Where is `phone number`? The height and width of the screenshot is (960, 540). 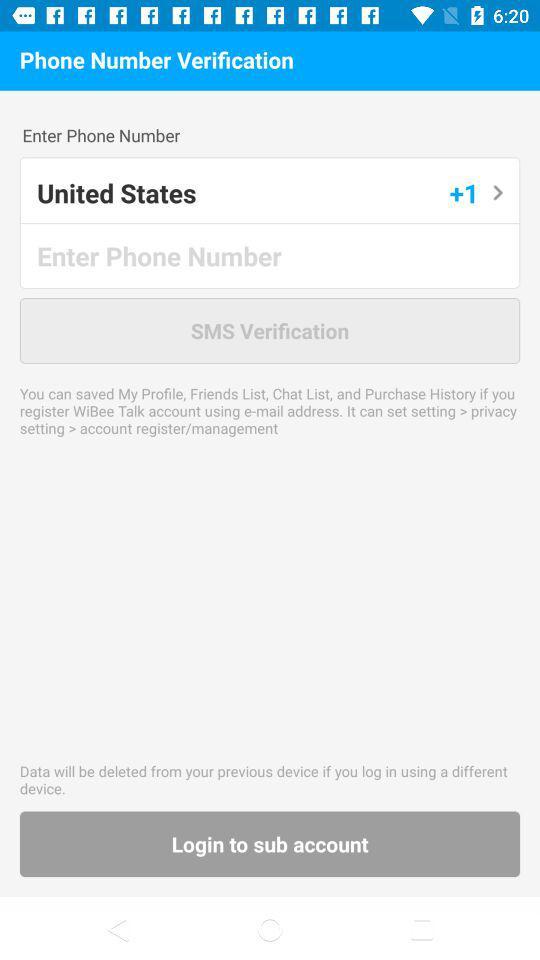
phone number is located at coordinates (270, 254).